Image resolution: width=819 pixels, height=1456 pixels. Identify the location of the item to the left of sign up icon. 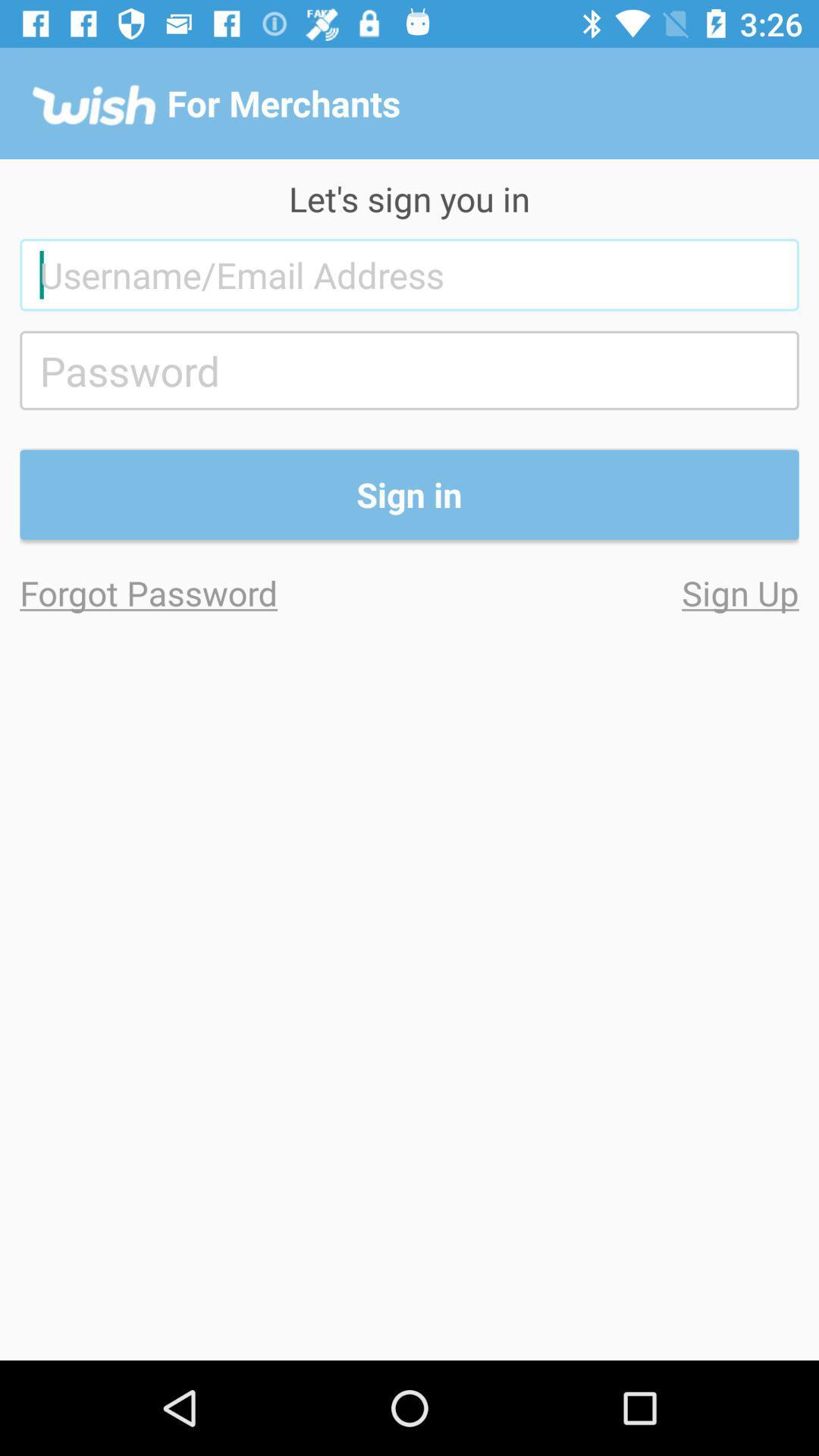
(215, 591).